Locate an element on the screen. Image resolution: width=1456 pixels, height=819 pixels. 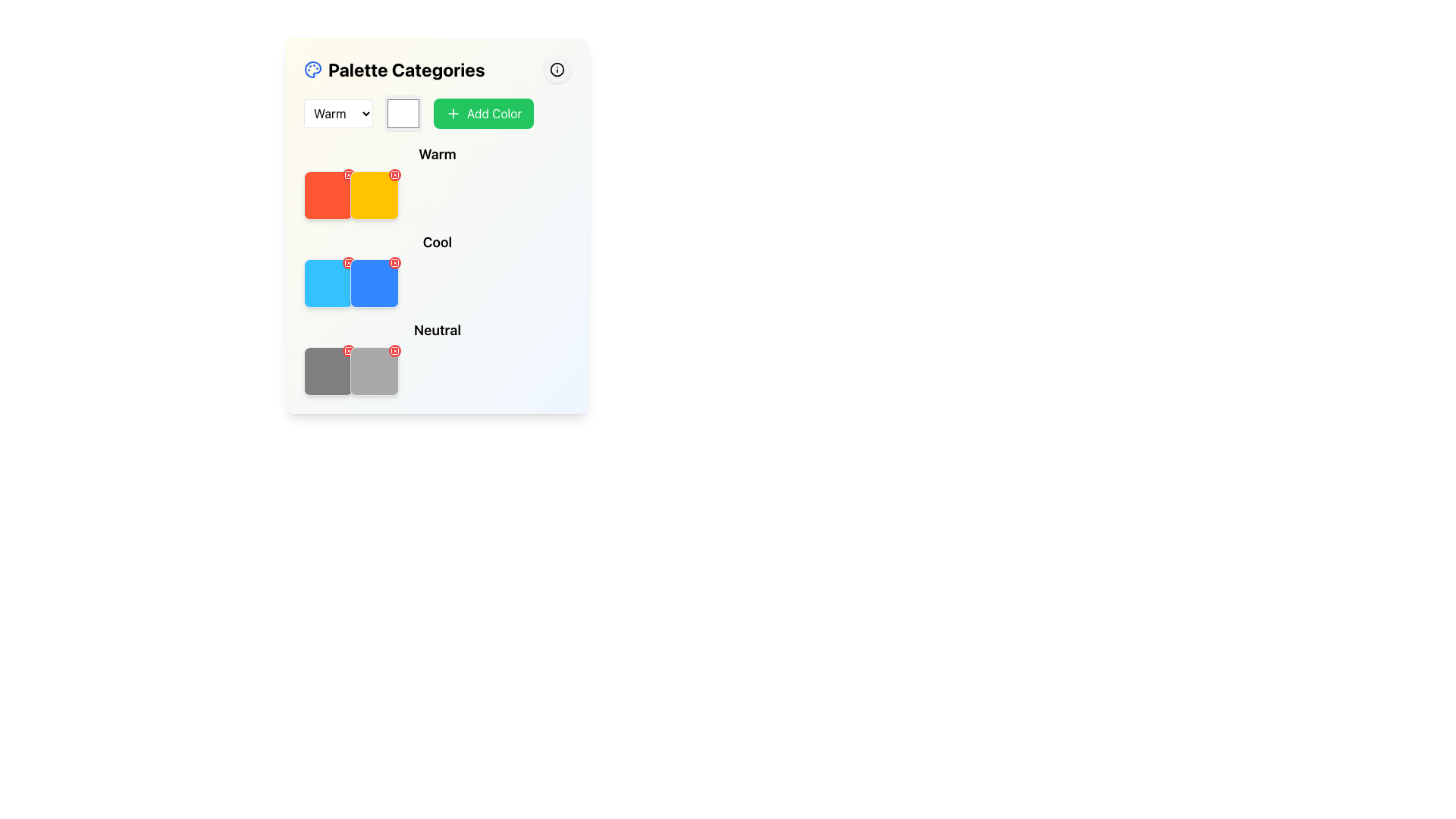
the first color swatch in the 'Cool' palette category is located at coordinates (327, 284).